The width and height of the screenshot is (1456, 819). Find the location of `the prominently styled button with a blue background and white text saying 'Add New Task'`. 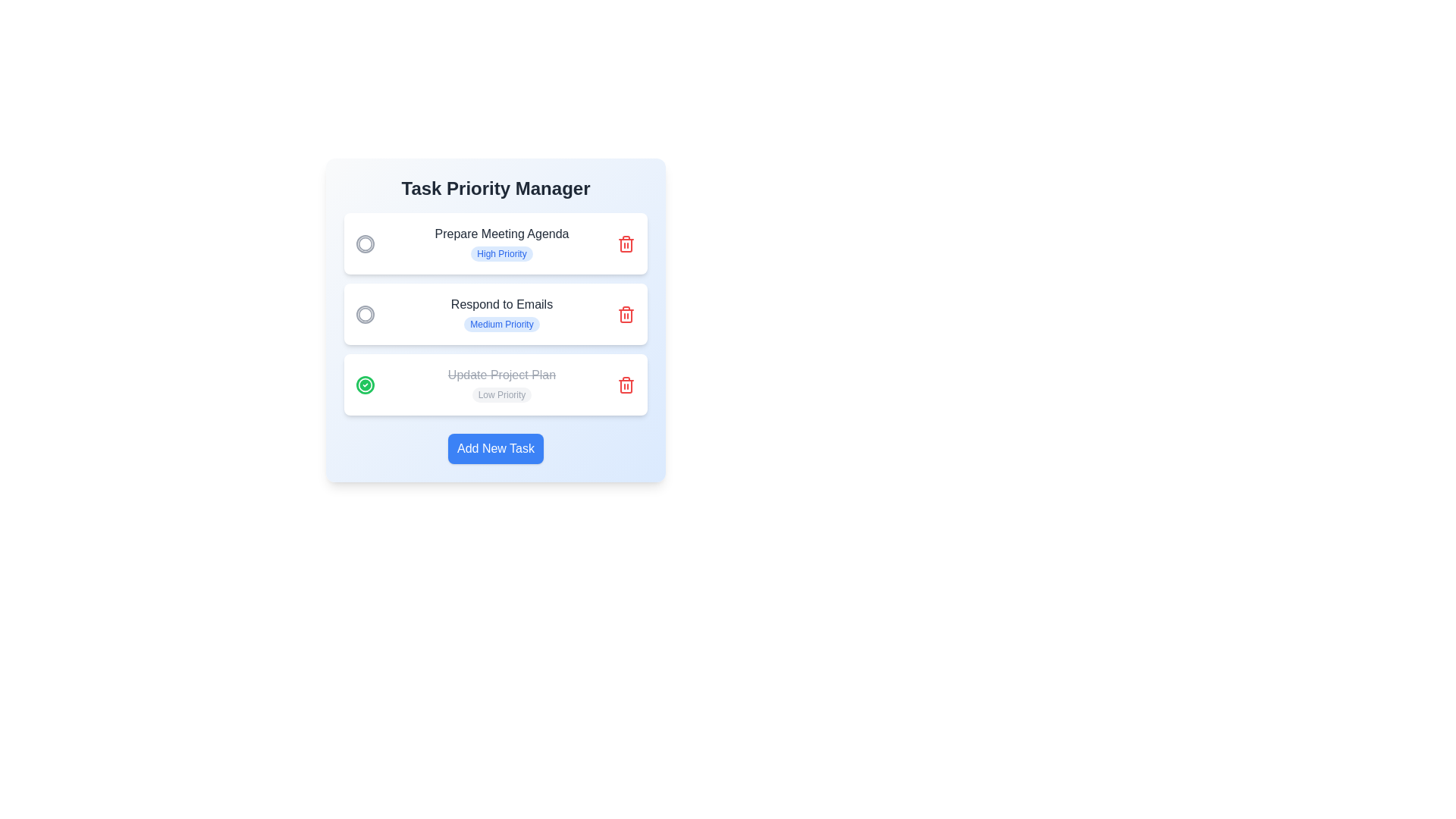

the prominently styled button with a blue background and white text saying 'Add New Task' is located at coordinates (495, 447).